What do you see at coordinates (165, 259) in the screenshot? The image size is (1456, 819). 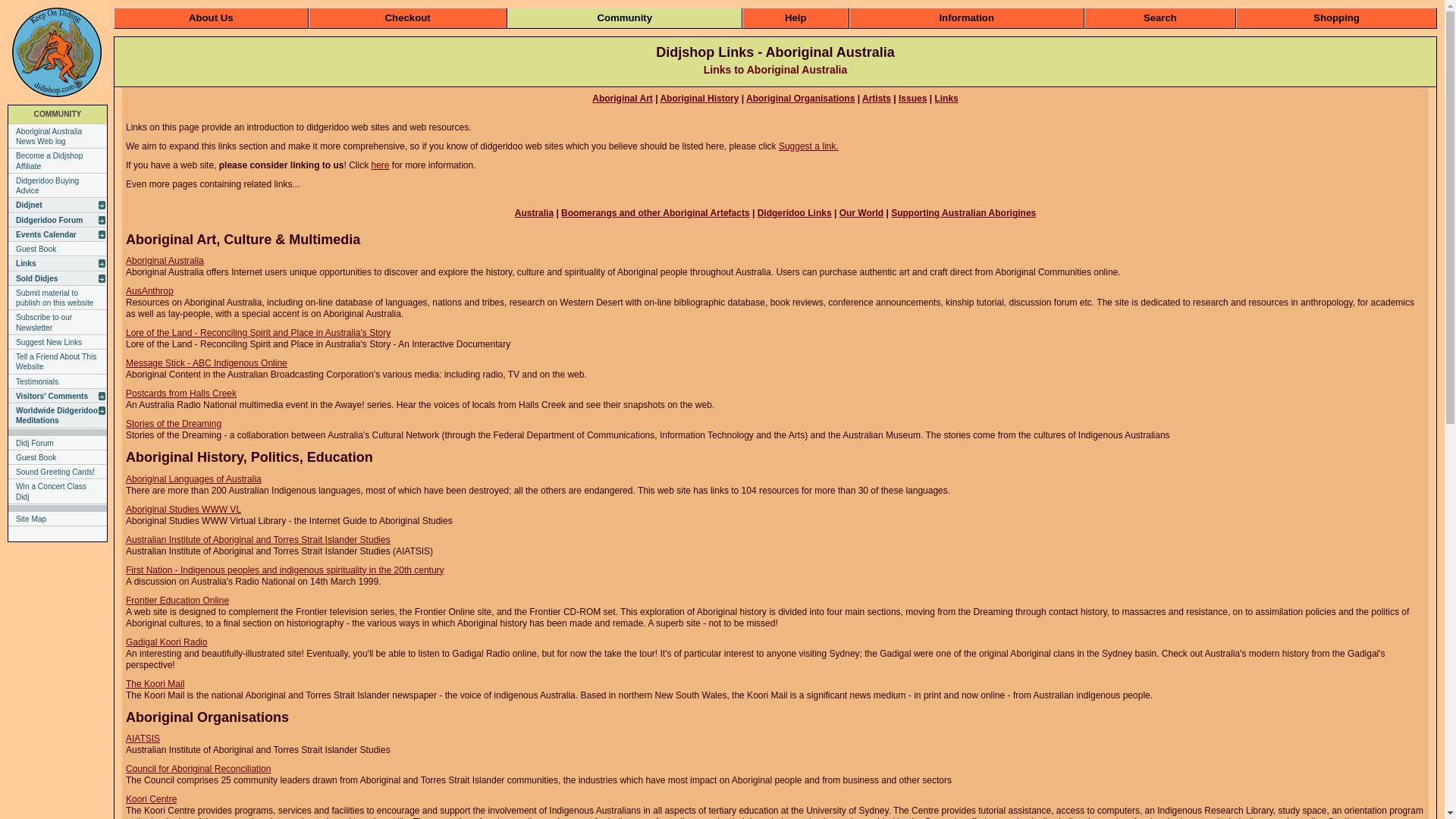 I see `'Aboriginal Australia'` at bounding box center [165, 259].